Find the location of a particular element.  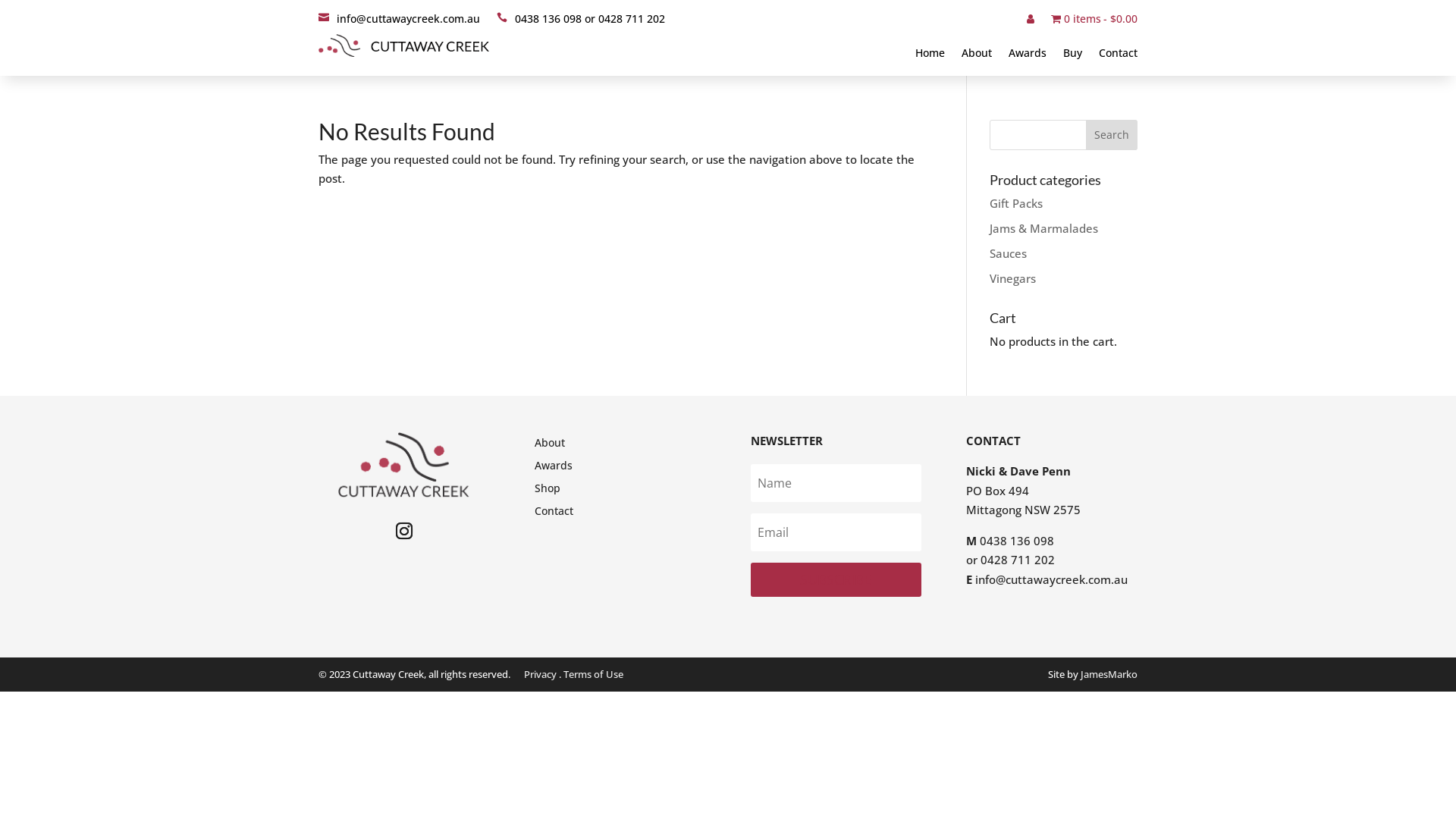

'Awards' is located at coordinates (552, 467).